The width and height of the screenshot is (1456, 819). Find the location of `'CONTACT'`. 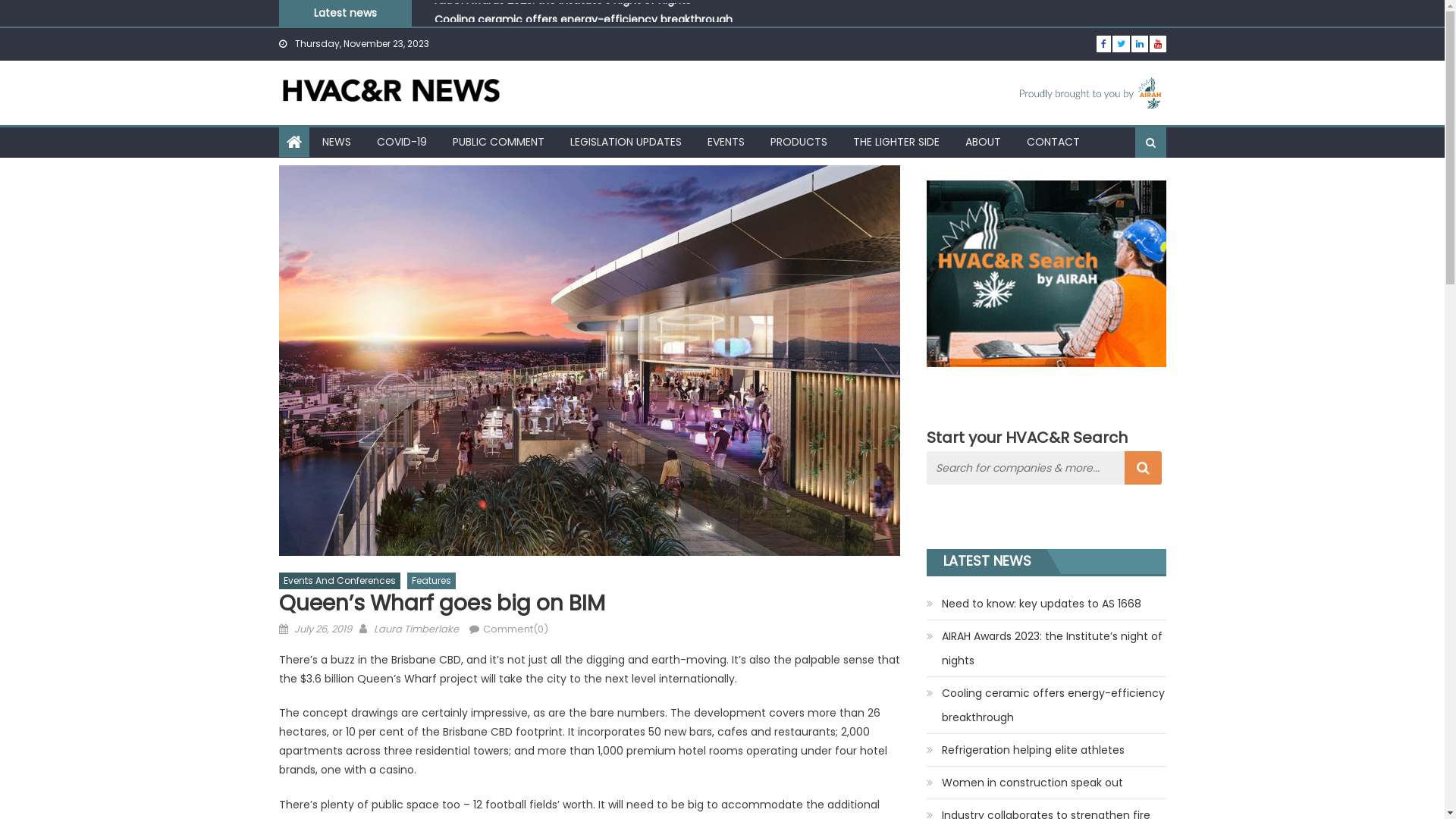

'CONTACT' is located at coordinates (1051, 141).